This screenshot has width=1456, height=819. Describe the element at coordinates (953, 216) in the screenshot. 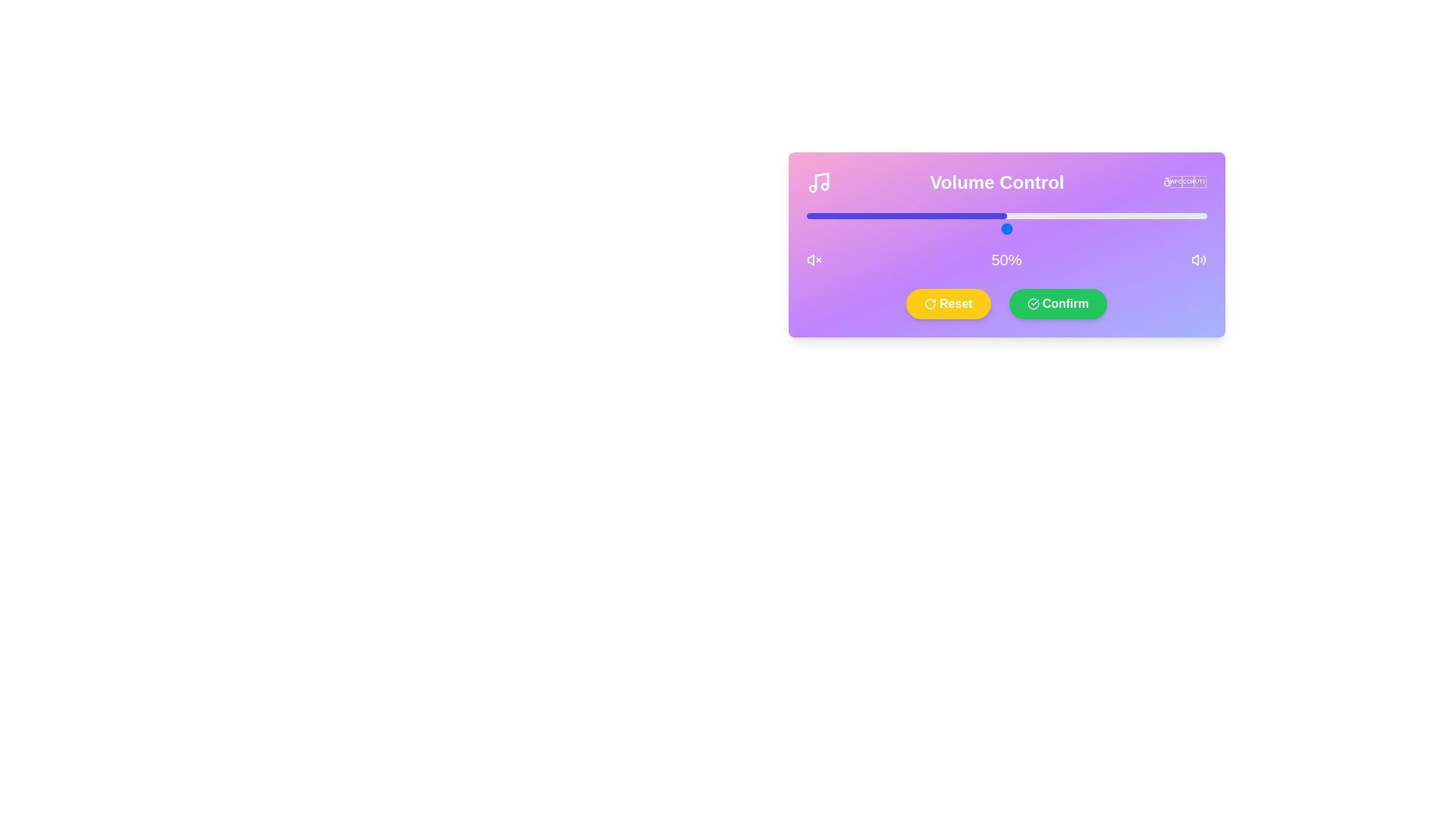

I see `the slider value` at that location.